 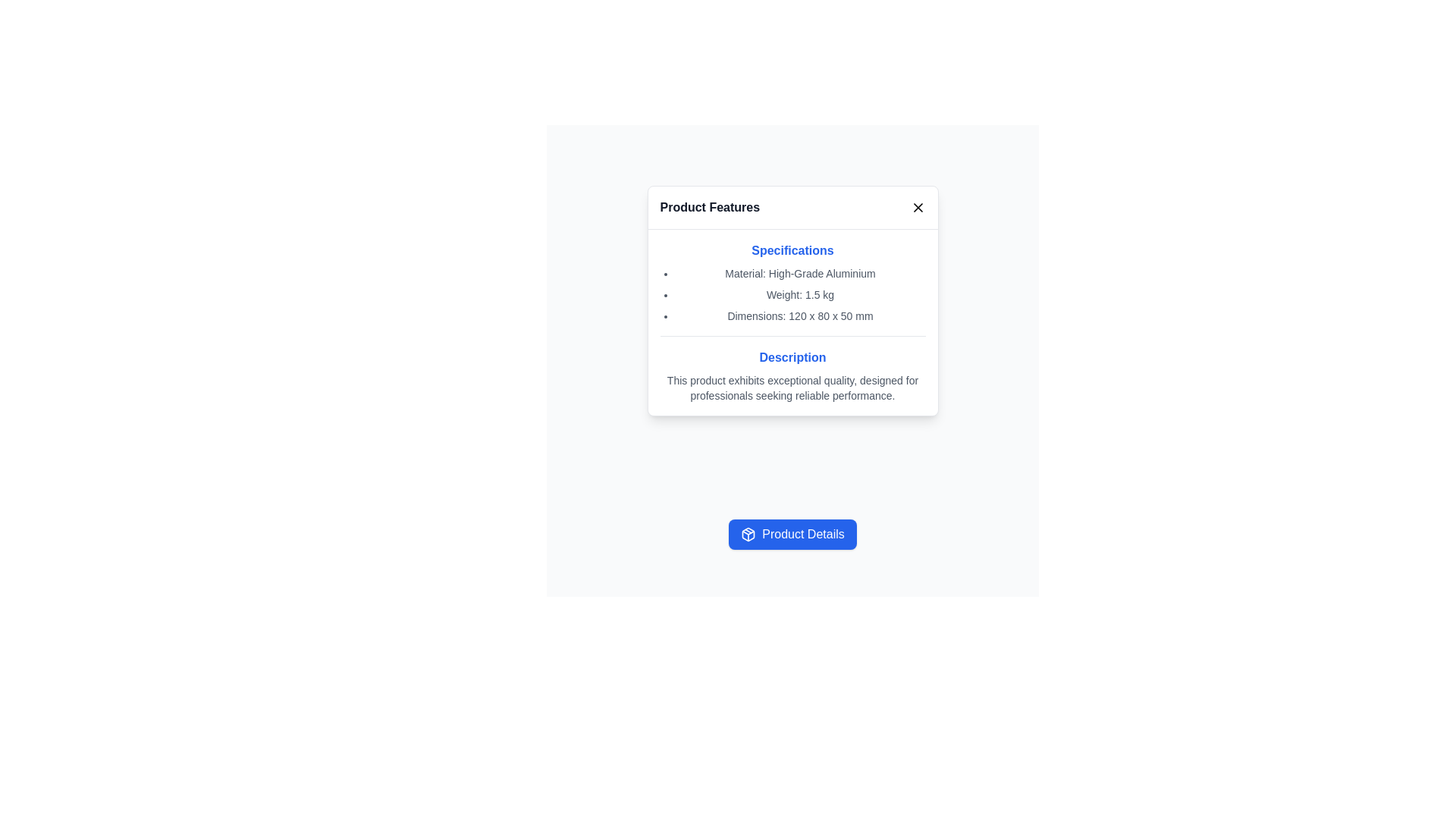 What do you see at coordinates (709, 207) in the screenshot?
I see `text content of the header Text Label located at the top-left of the modal, adjacent to the close button` at bounding box center [709, 207].